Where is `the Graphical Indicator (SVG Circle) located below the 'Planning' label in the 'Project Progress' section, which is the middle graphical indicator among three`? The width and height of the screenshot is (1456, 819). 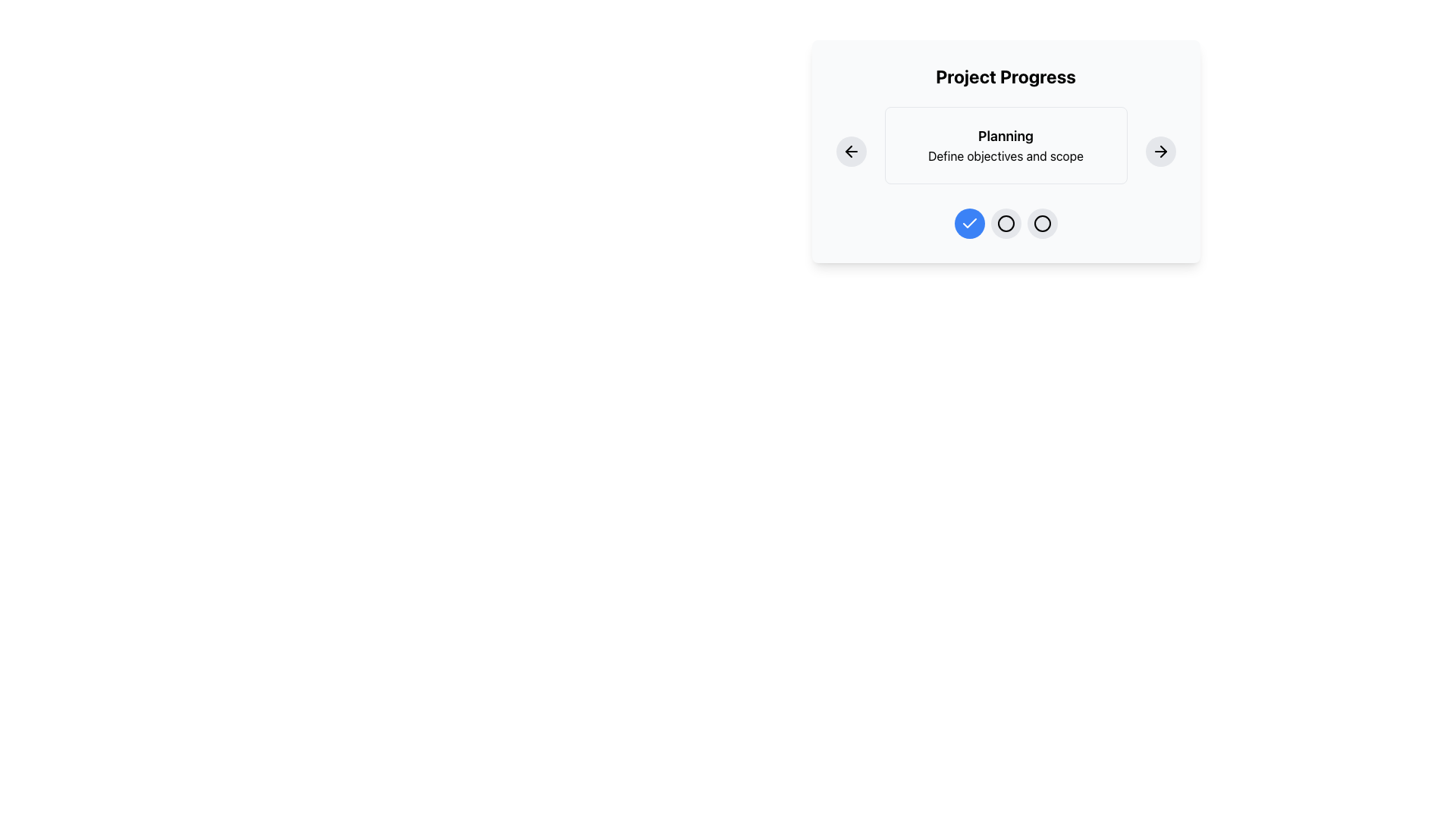
the Graphical Indicator (SVG Circle) located below the 'Planning' label in the 'Project Progress' section, which is the middle graphical indicator among three is located at coordinates (1006, 223).